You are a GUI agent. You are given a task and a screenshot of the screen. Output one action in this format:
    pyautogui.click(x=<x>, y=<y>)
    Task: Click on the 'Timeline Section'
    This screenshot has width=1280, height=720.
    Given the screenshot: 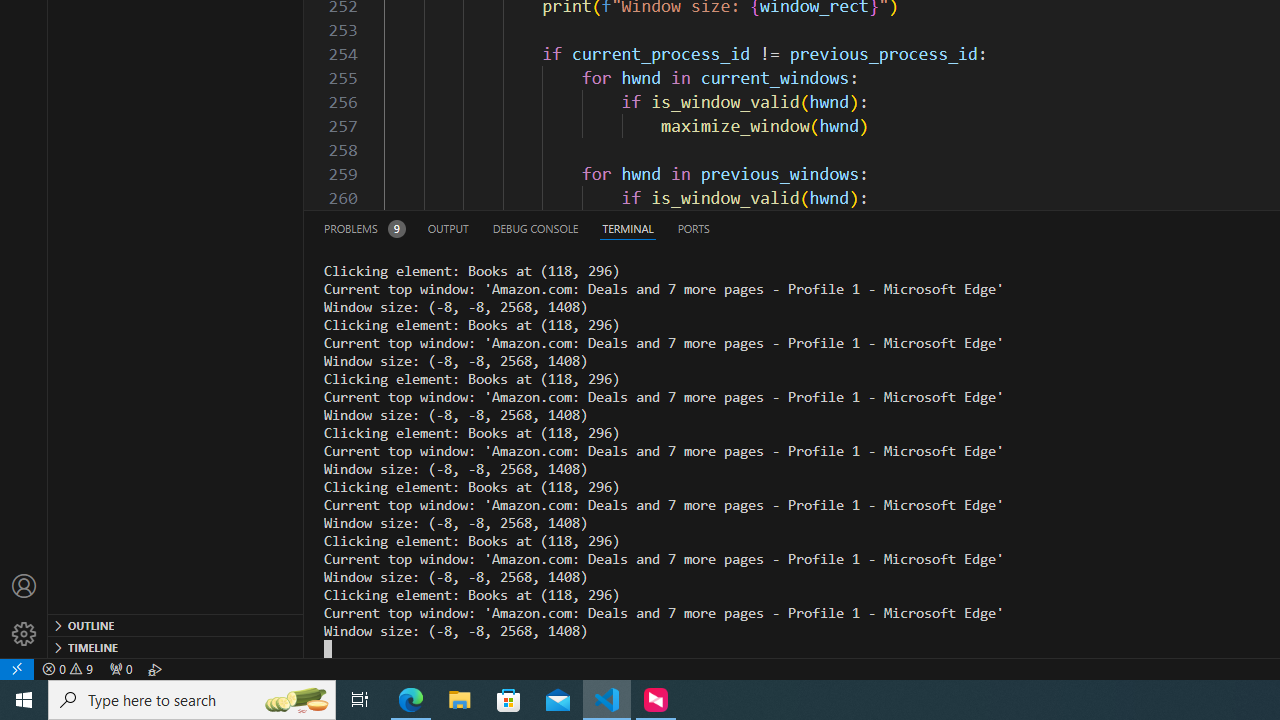 What is the action you would take?
    pyautogui.click(x=176, y=646)
    